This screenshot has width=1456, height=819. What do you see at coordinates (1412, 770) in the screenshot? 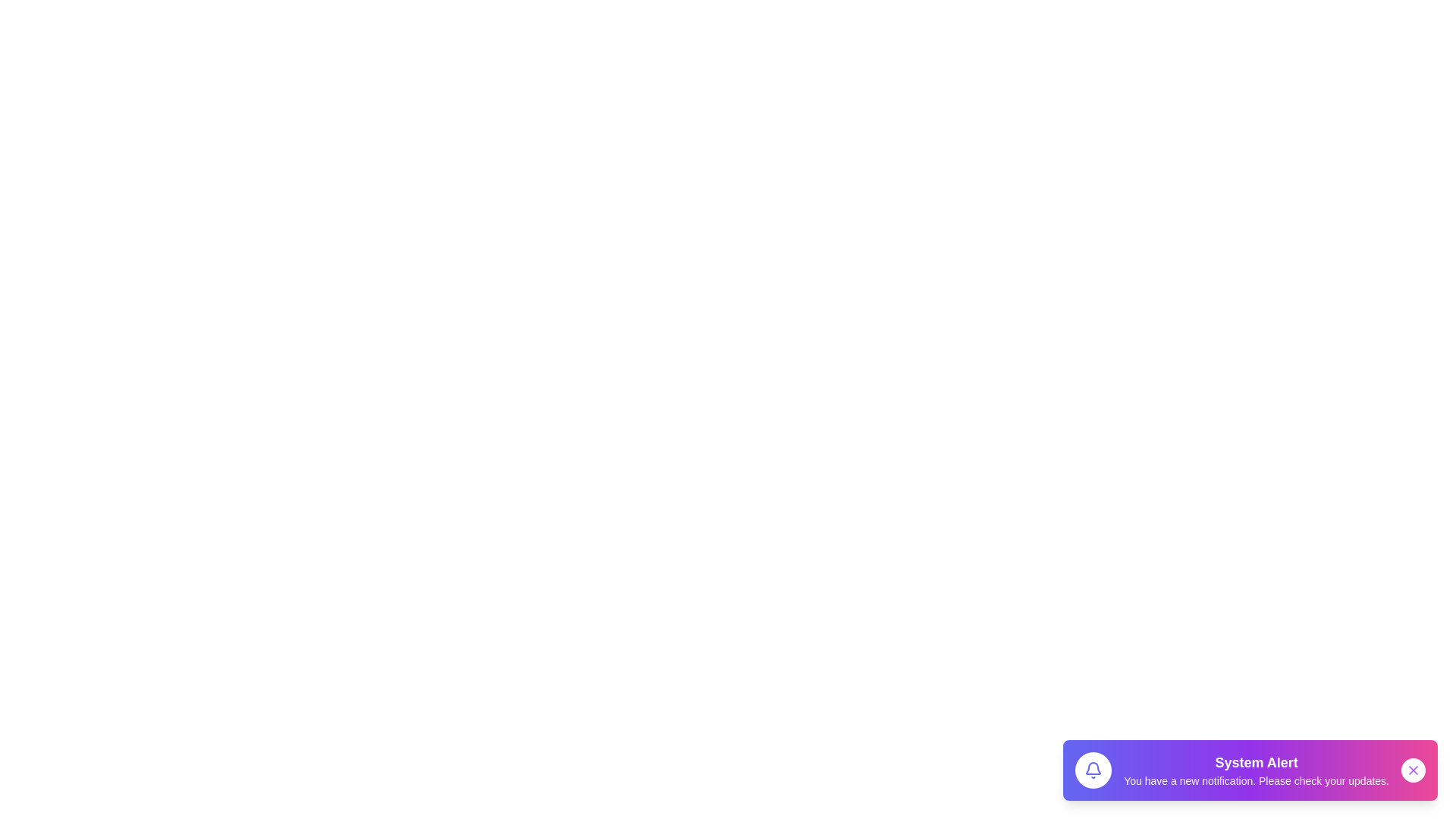
I see `close button to acknowledge and dismiss the notification` at bounding box center [1412, 770].